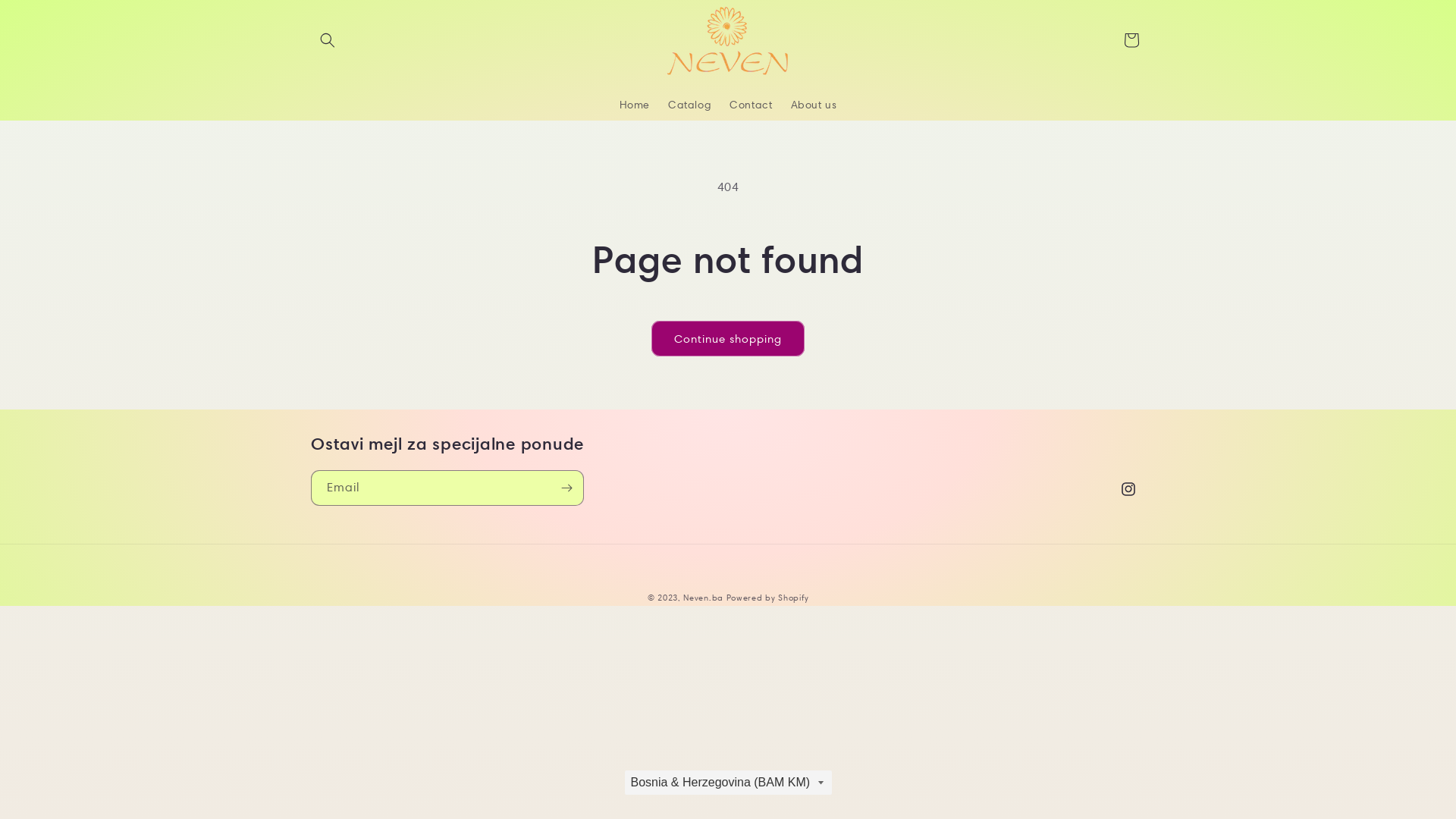  Describe the element at coordinates (767, 596) in the screenshot. I see `'Powered by Shopify'` at that location.